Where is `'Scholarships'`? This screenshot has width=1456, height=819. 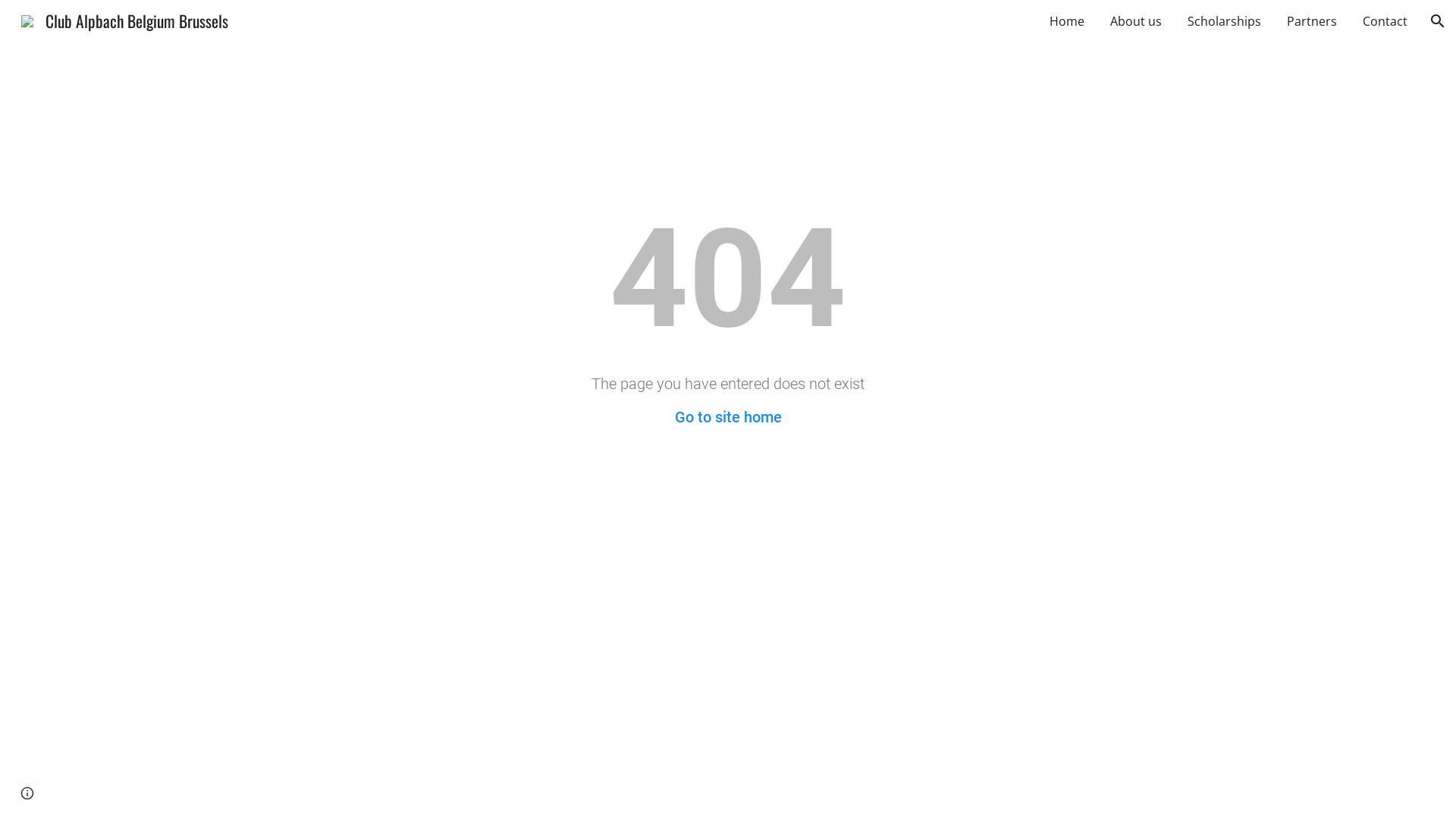
'Scholarships' is located at coordinates (1224, 20).